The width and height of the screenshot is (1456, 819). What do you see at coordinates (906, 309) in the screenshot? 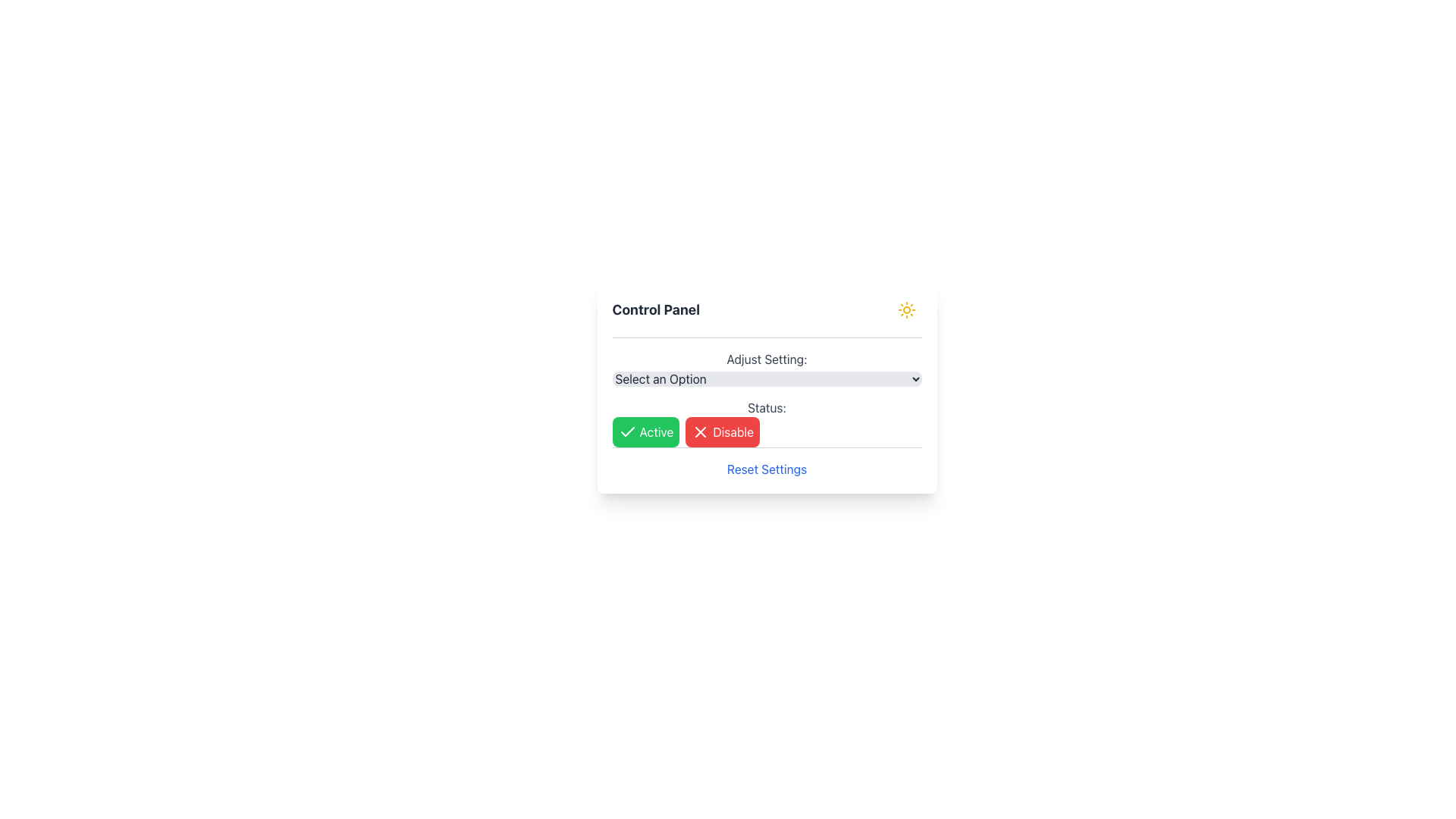
I see `the circular button with a sun icon located at the top right corner of the 'Control Panel' section, next` at bounding box center [906, 309].